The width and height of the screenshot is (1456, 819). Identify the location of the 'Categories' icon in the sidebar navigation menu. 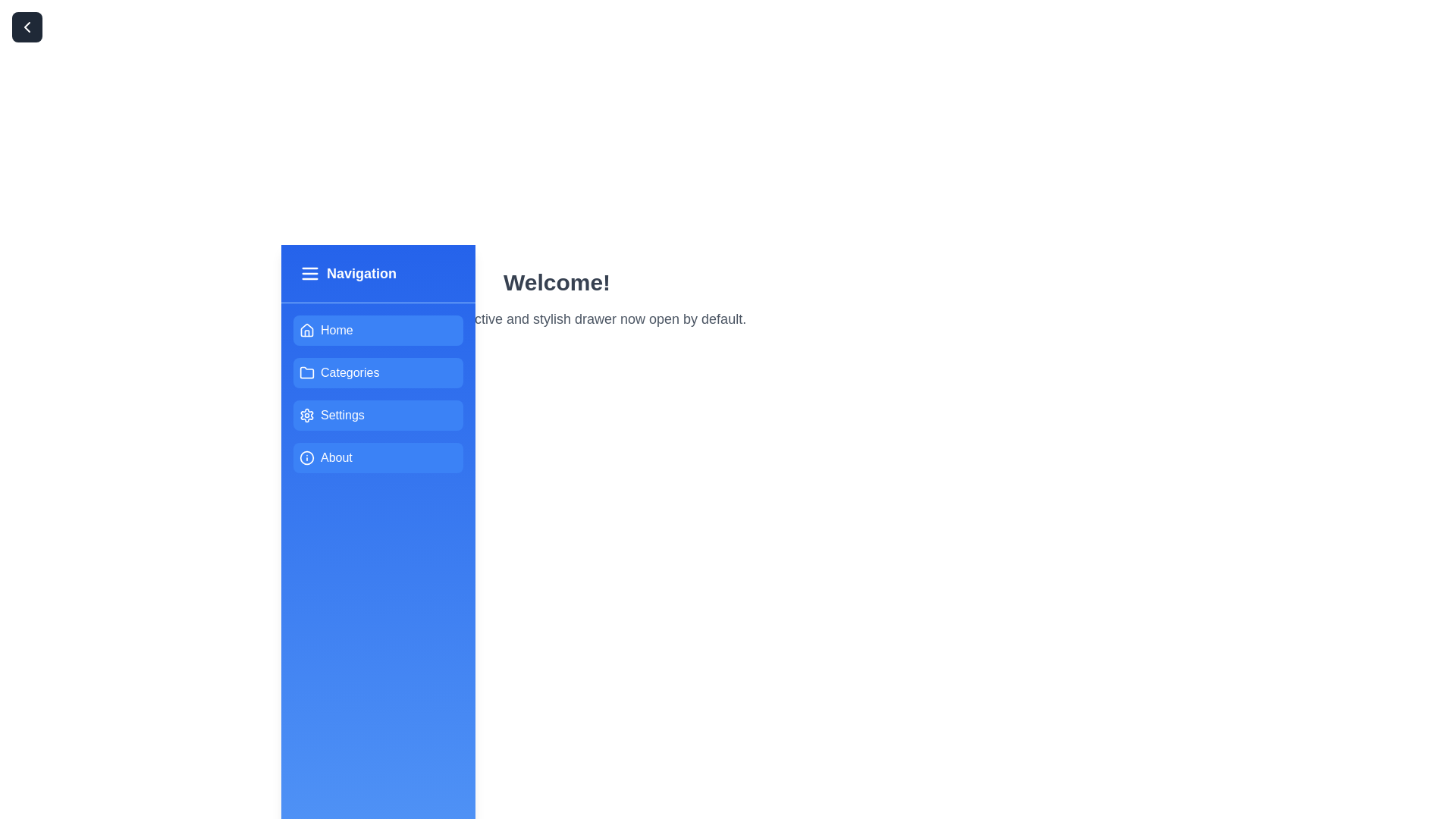
(306, 372).